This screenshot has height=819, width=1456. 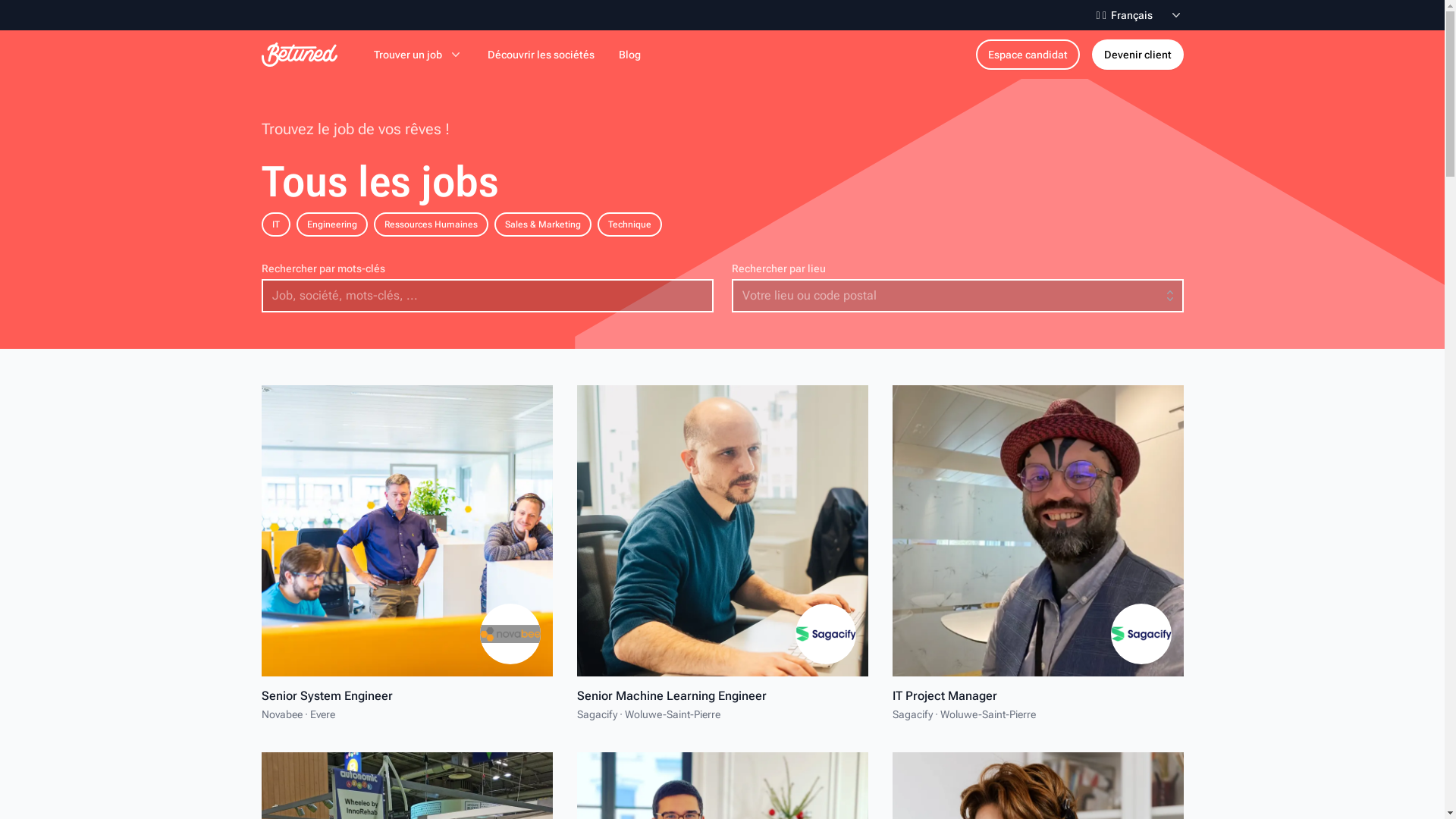 What do you see at coordinates (975, 54) in the screenshot?
I see `'Espace candidat'` at bounding box center [975, 54].